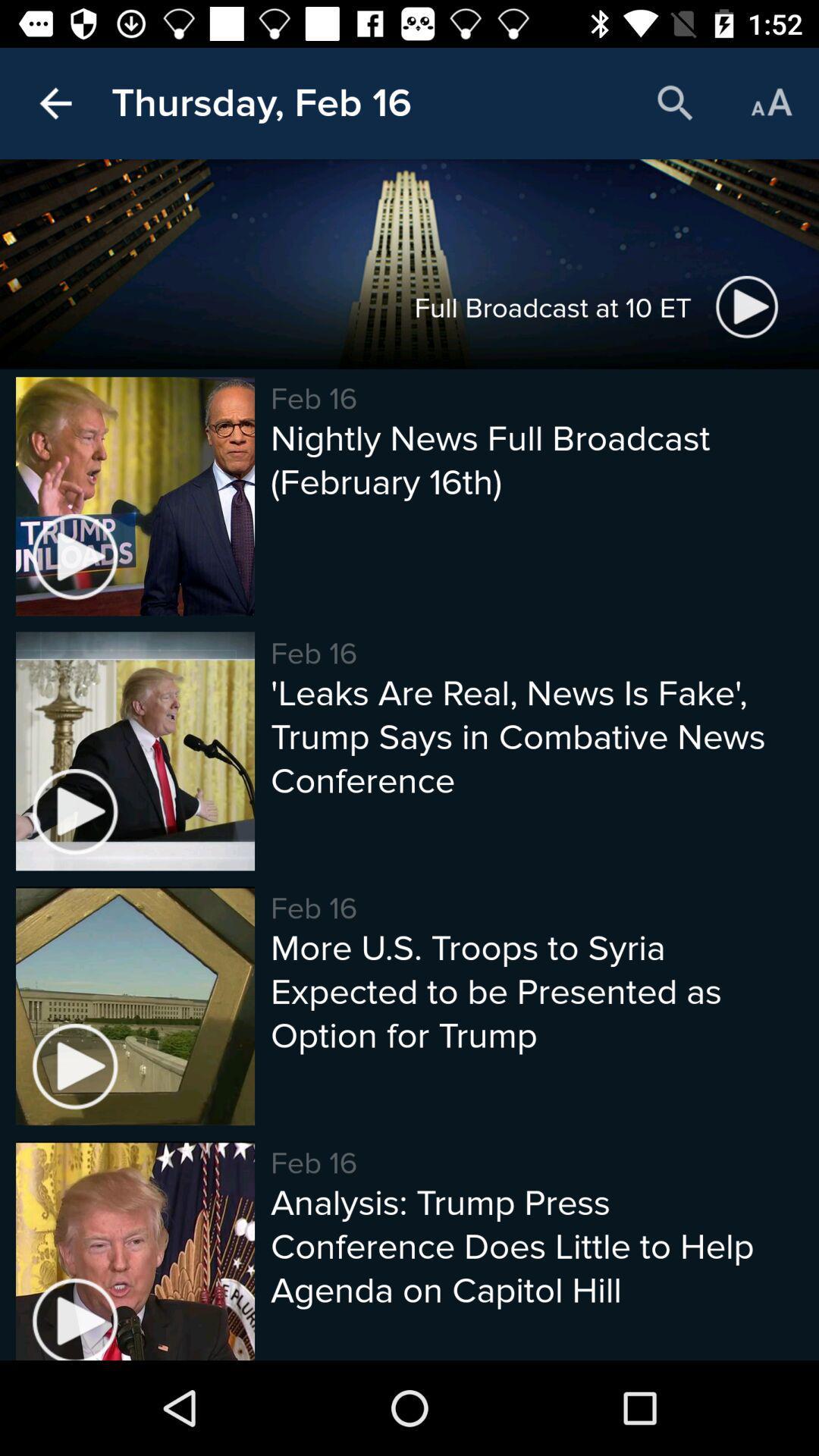  I want to click on the thursday, feb 16 icon, so click(260, 102).